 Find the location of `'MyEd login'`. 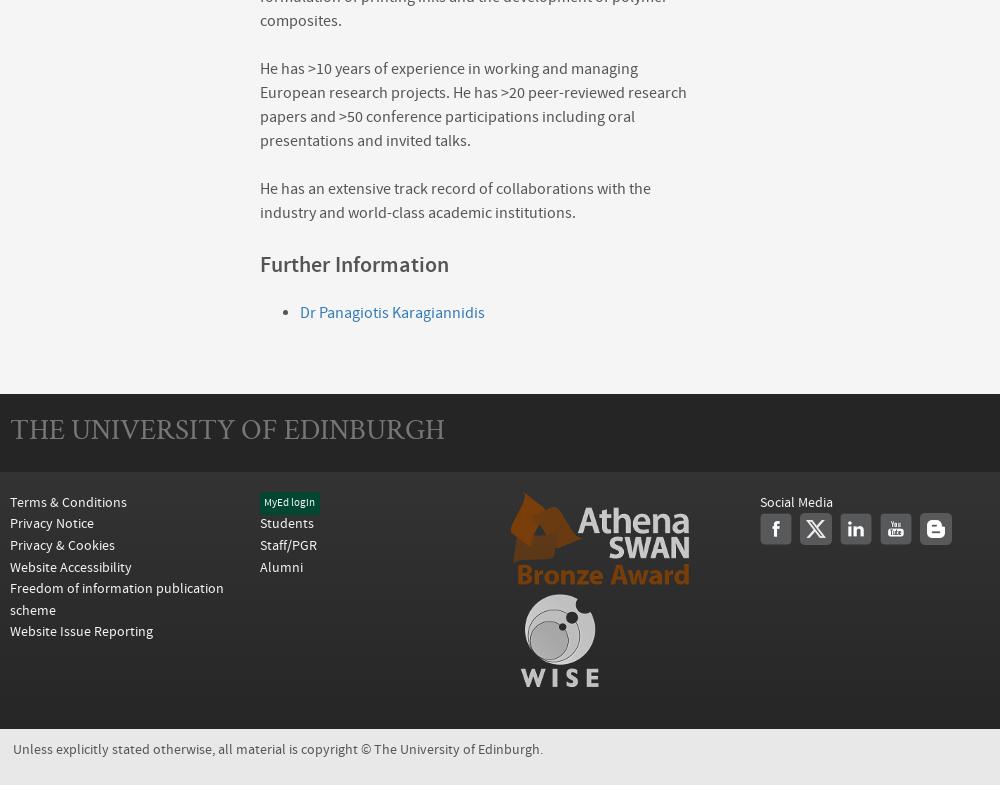

'MyEd login' is located at coordinates (289, 503).